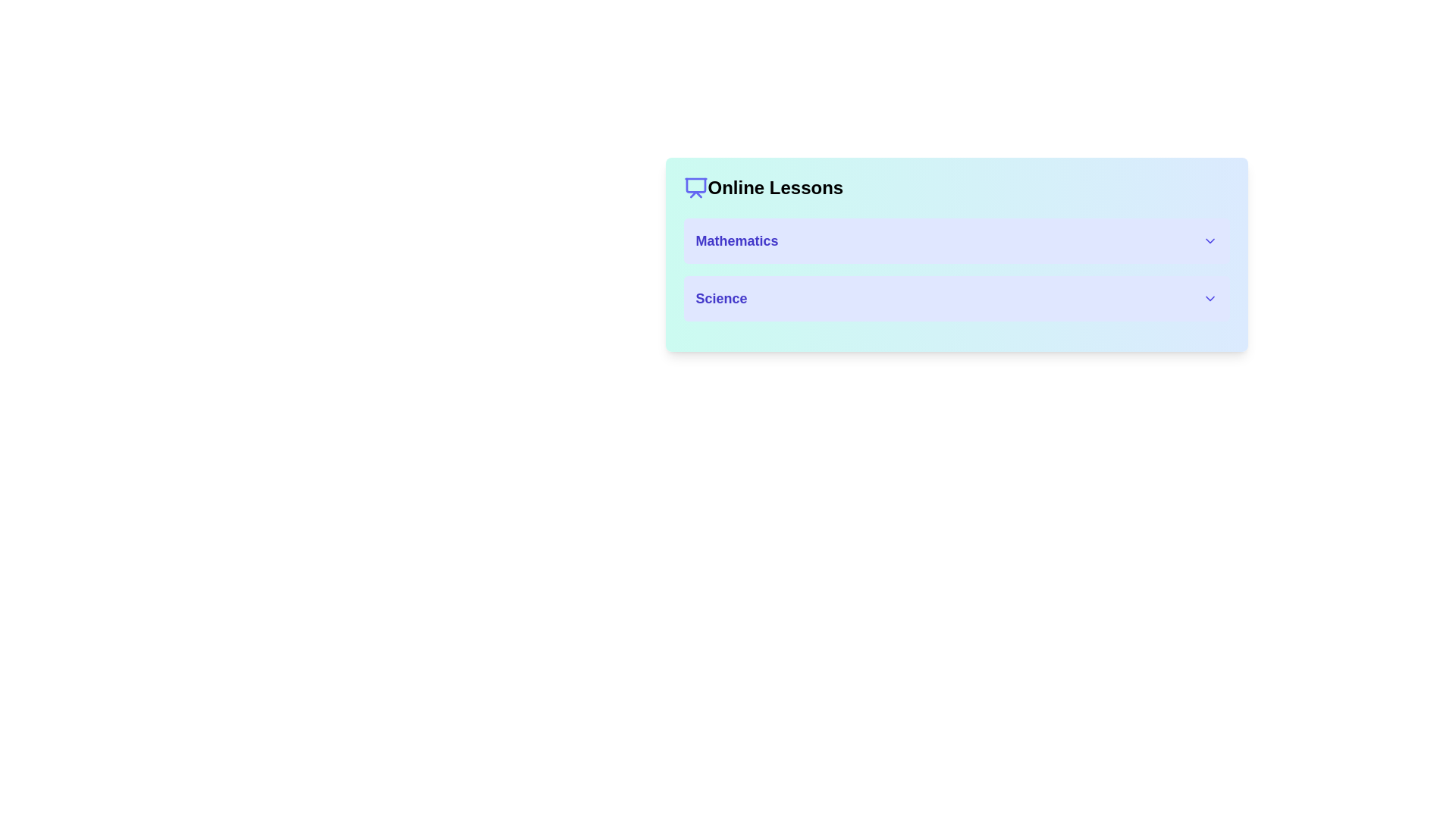 The image size is (1456, 819). Describe the element at coordinates (1209, 298) in the screenshot. I see `the small downward-pointing chevron icon in vibrant indigo color located at the right edge of the 'Science' button` at that location.